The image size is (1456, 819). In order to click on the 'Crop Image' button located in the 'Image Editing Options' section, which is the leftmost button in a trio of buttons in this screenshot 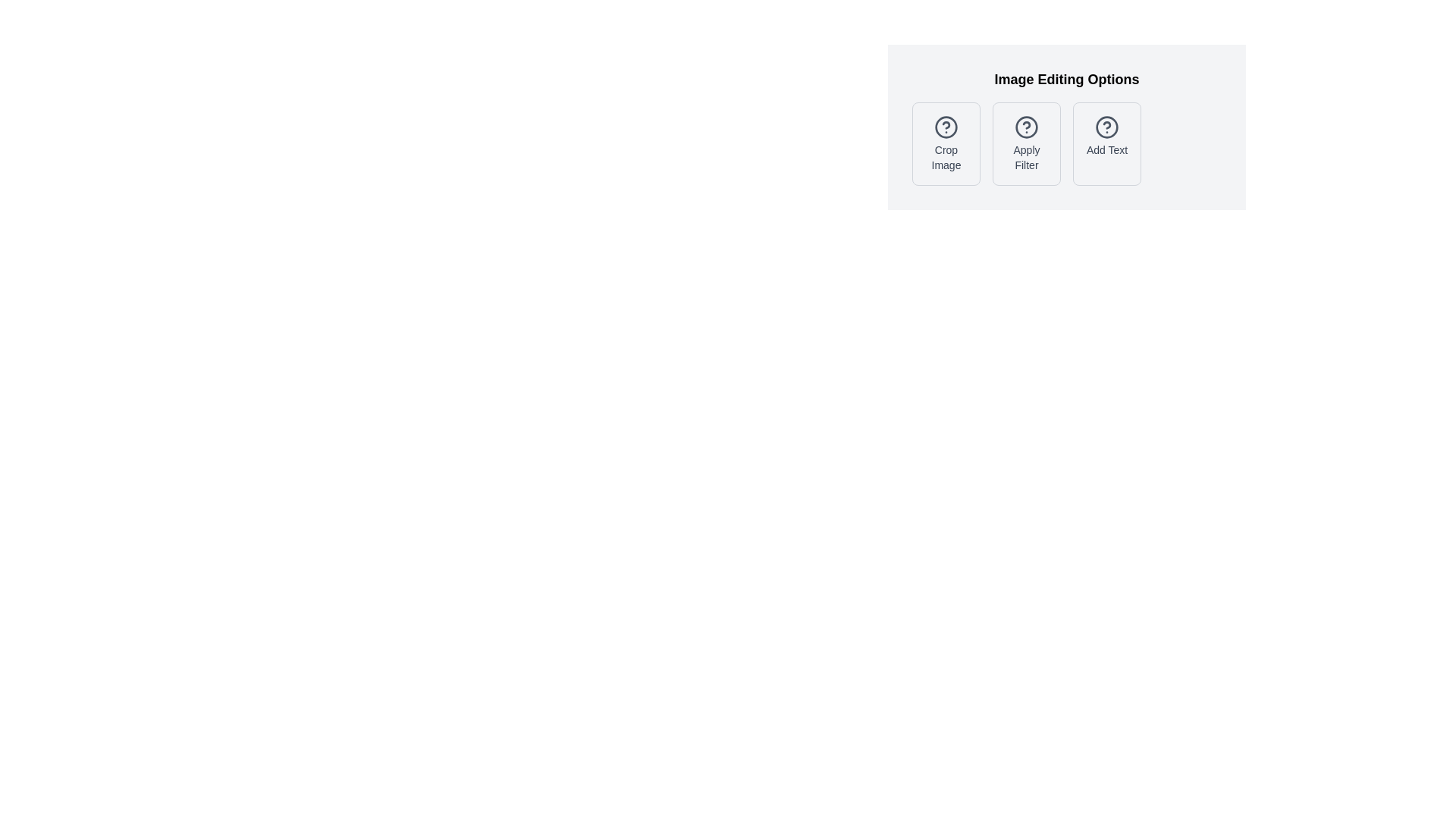, I will do `click(946, 143)`.